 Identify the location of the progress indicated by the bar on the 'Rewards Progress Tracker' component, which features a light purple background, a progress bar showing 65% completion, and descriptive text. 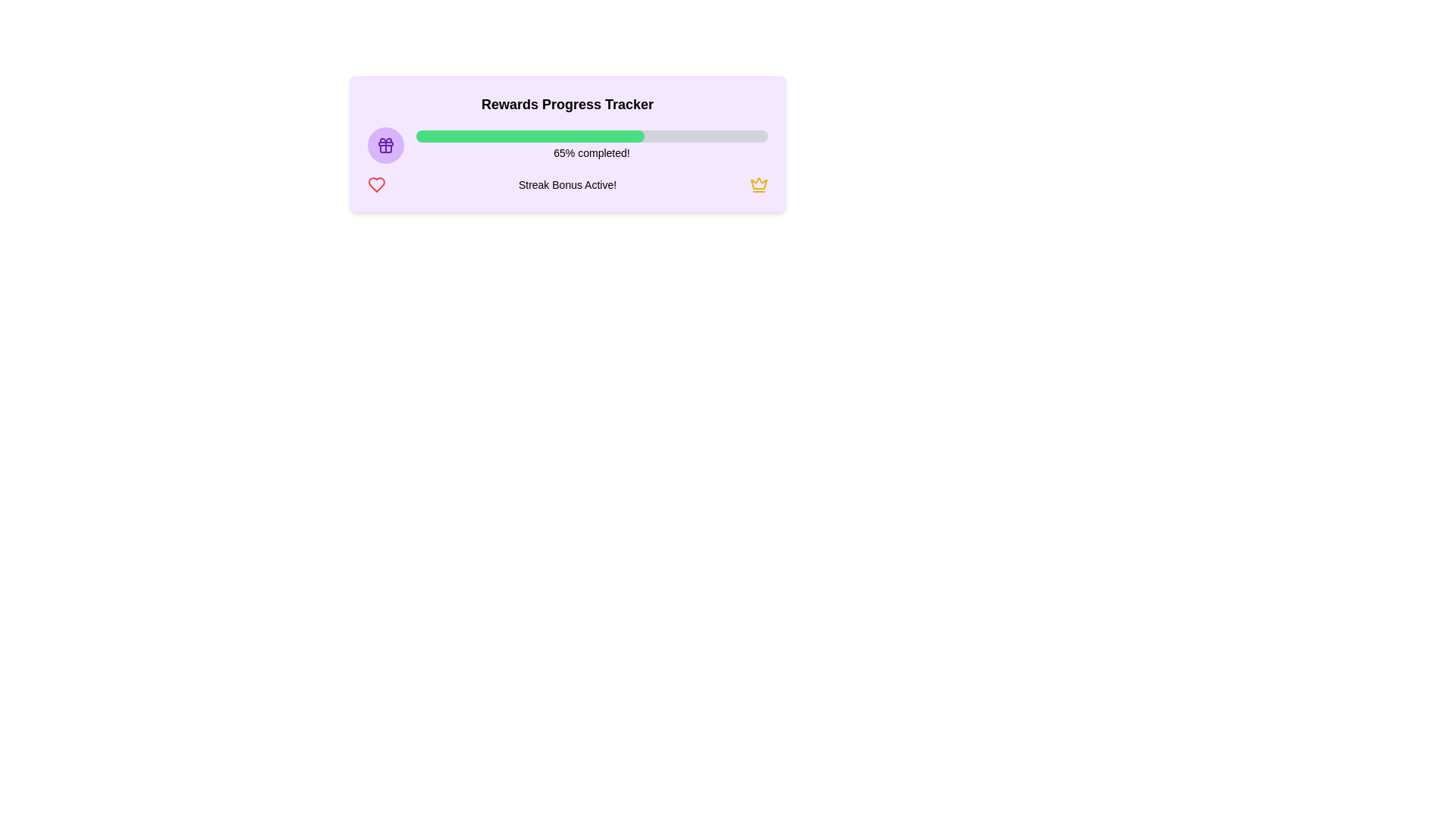
(566, 143).